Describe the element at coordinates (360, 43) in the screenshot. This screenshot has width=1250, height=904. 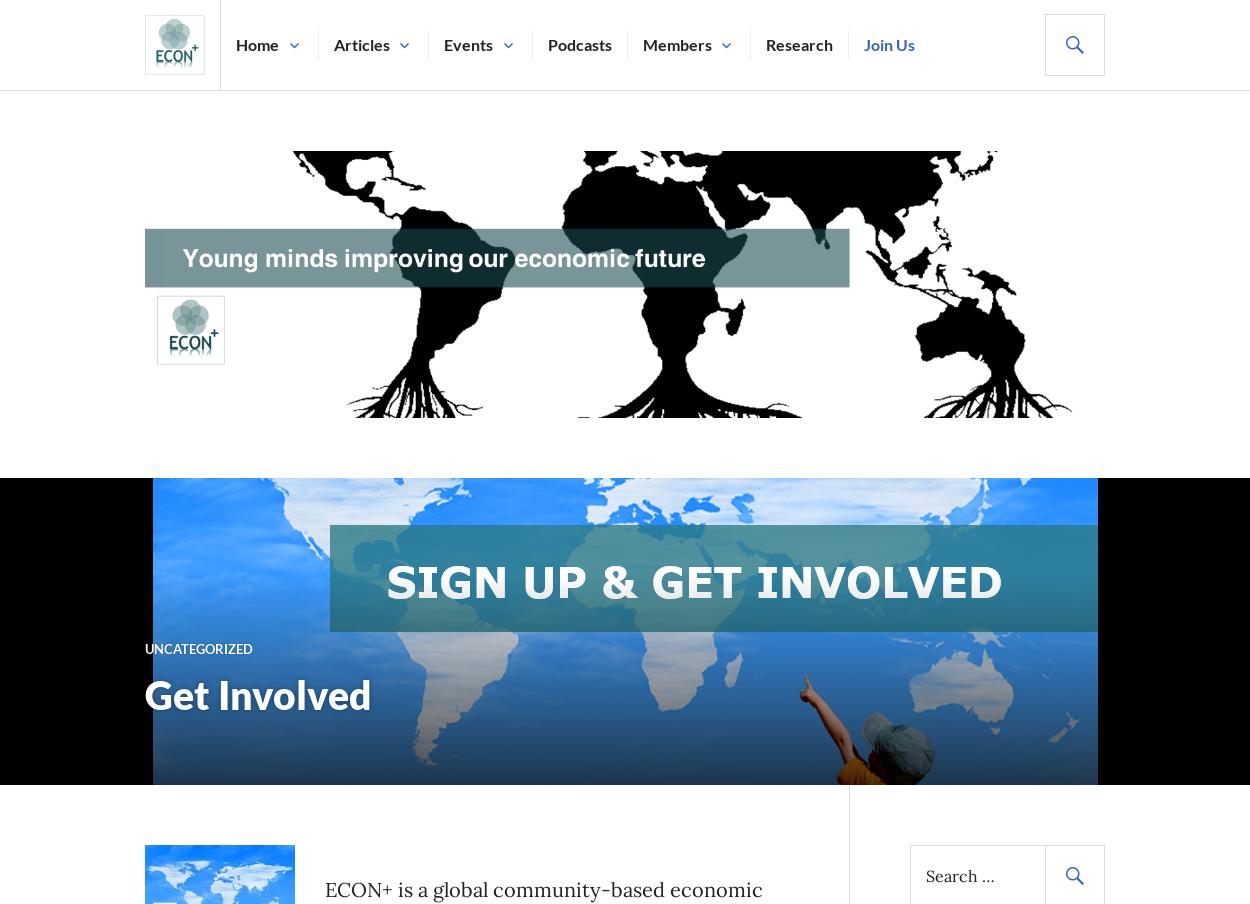
I see `'Articles'` at that location.